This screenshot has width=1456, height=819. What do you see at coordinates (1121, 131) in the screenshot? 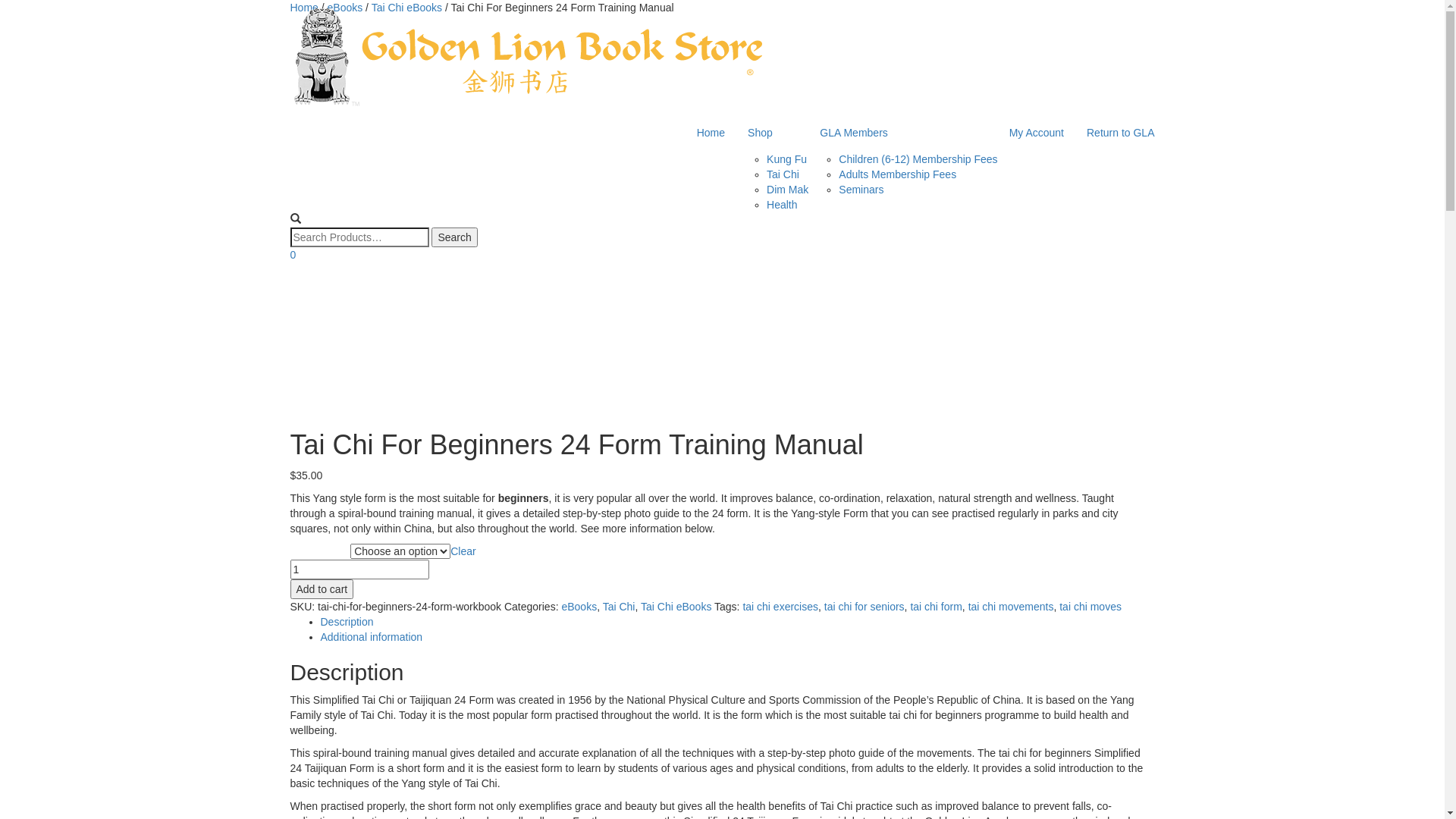
I see `'Return to GLA'` at bounding box center [1121, 131].